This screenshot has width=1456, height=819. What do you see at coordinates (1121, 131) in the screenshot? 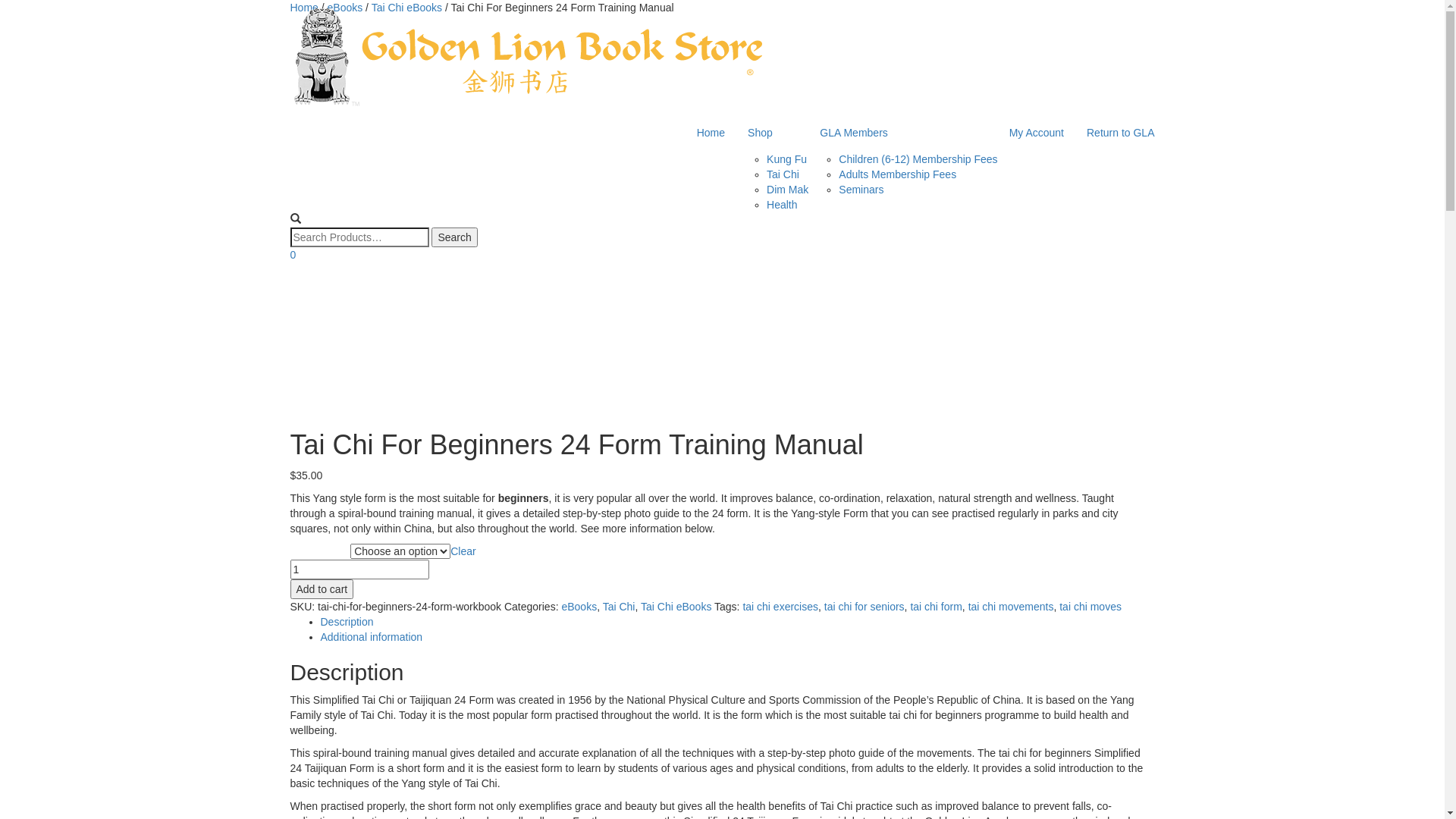
I see `'Return to GLA'` at bounding box center [1121, 131].